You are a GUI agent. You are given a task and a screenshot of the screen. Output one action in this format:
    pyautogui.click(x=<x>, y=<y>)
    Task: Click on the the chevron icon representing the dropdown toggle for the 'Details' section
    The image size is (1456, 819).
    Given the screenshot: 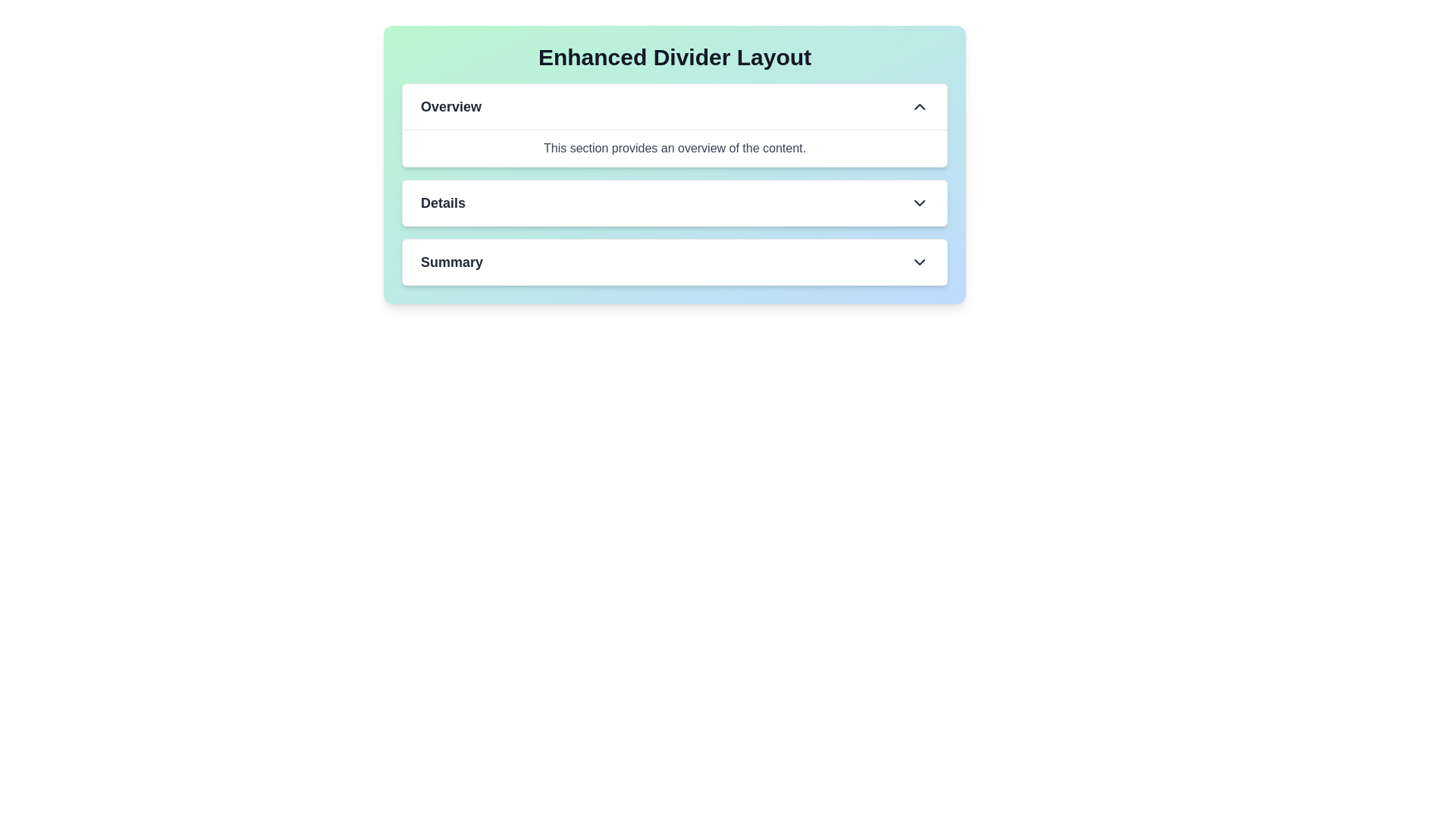 What is the action you would take?
    pyautogui.click(x=919, y=202)
    